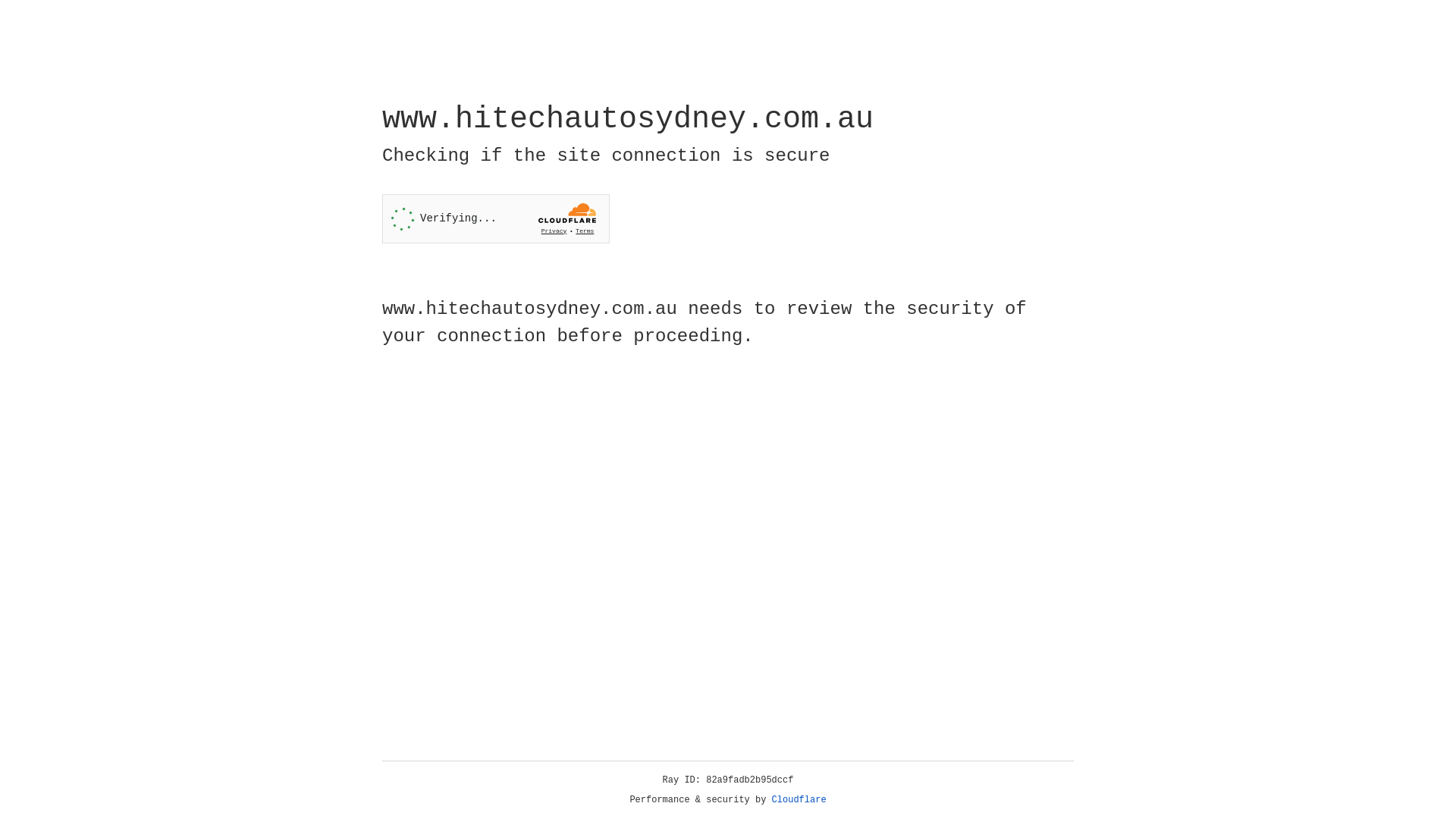  I want to click on 'Widget containing a Cloudflare security challenge', so click(495, 218).